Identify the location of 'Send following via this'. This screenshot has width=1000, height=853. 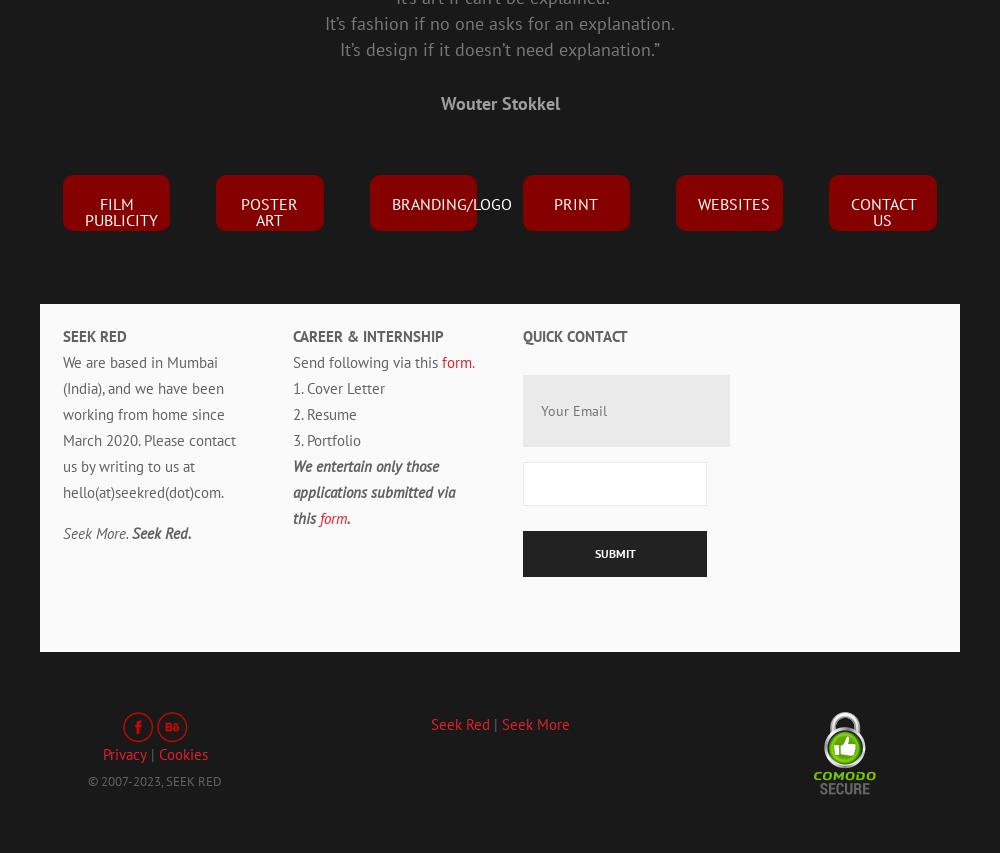
(366, 362).